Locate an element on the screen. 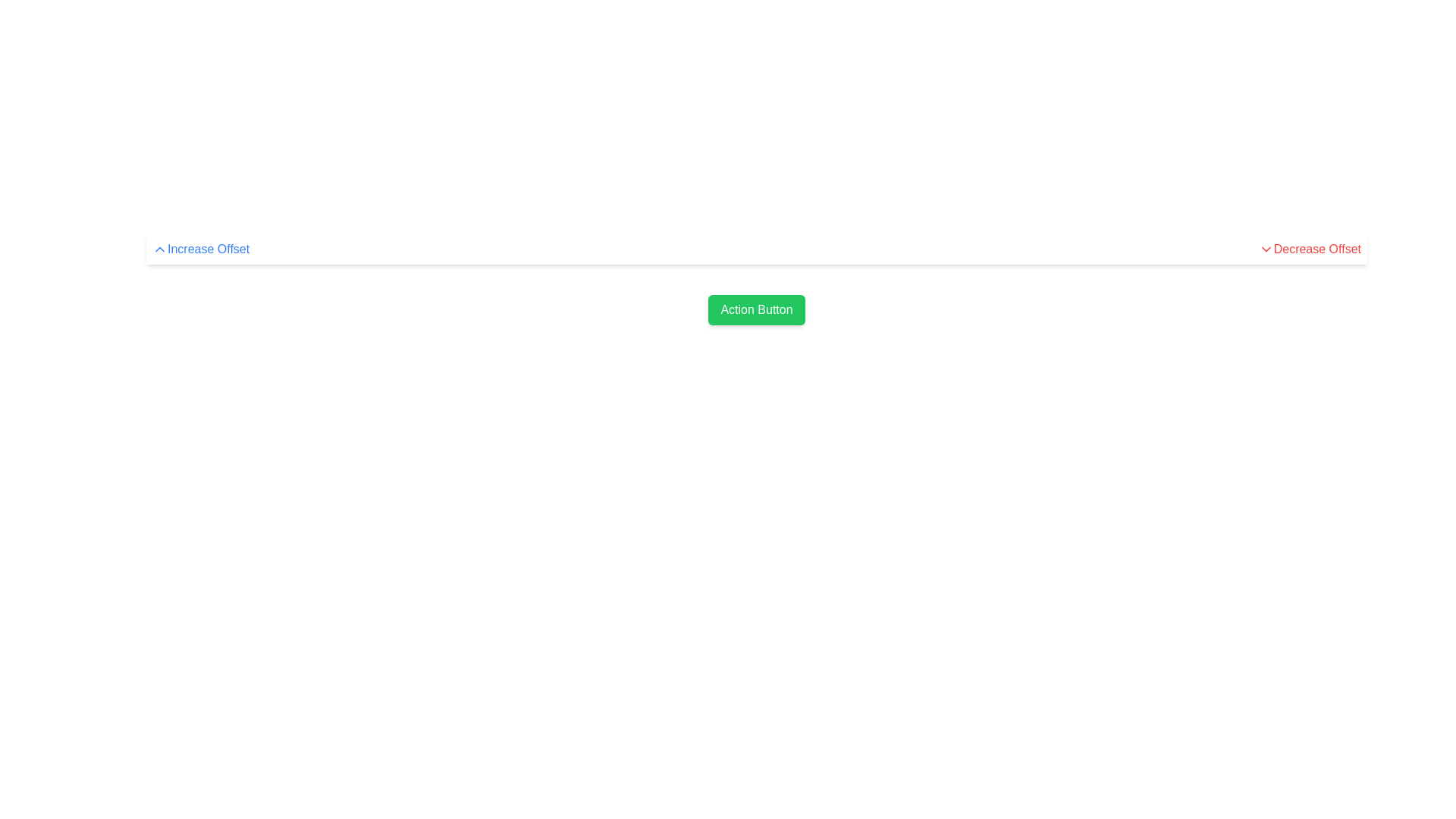 The height and width of the screenshot is (819, 1456). the 'Action Button', a green rectangular button with bold white text is located at coordinates (757, 309).